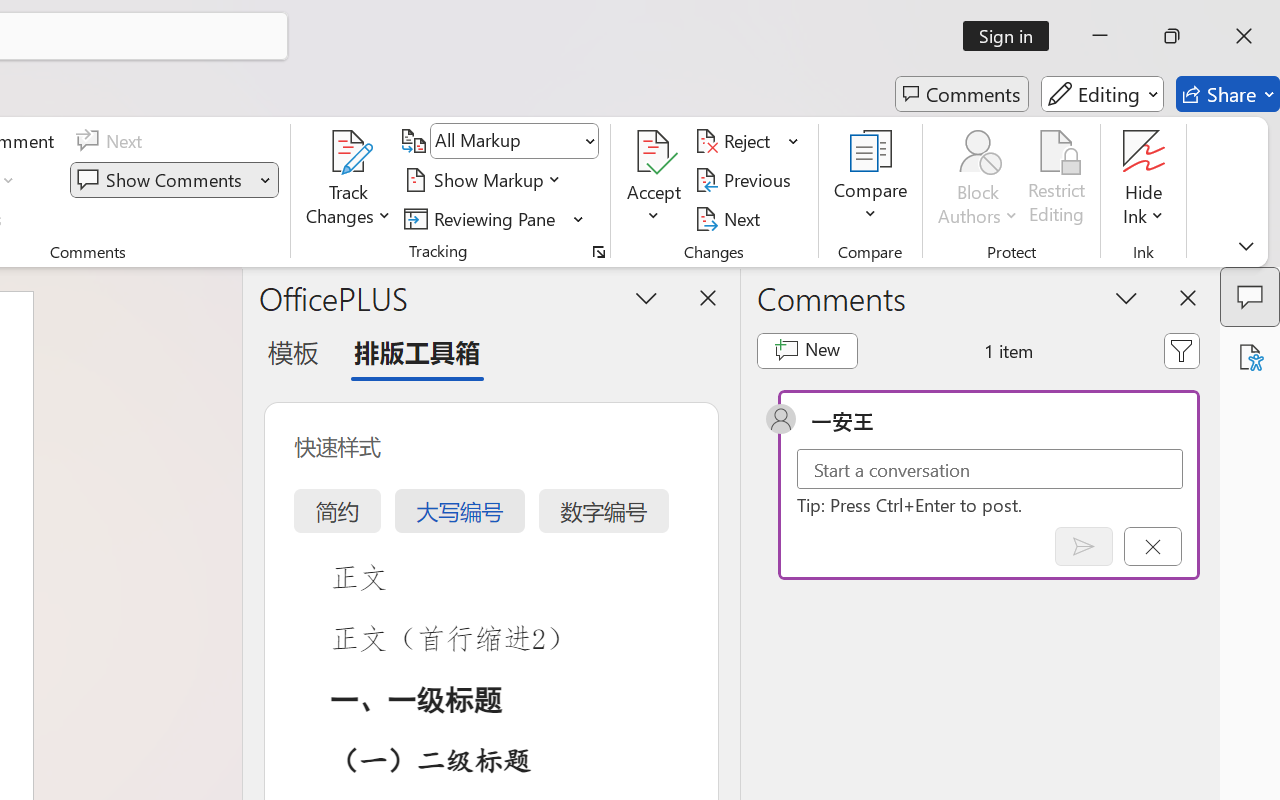 Image resolution: width=1280 pixels, height=800 pixels. I want to click on 'Next', so click(729, 218).